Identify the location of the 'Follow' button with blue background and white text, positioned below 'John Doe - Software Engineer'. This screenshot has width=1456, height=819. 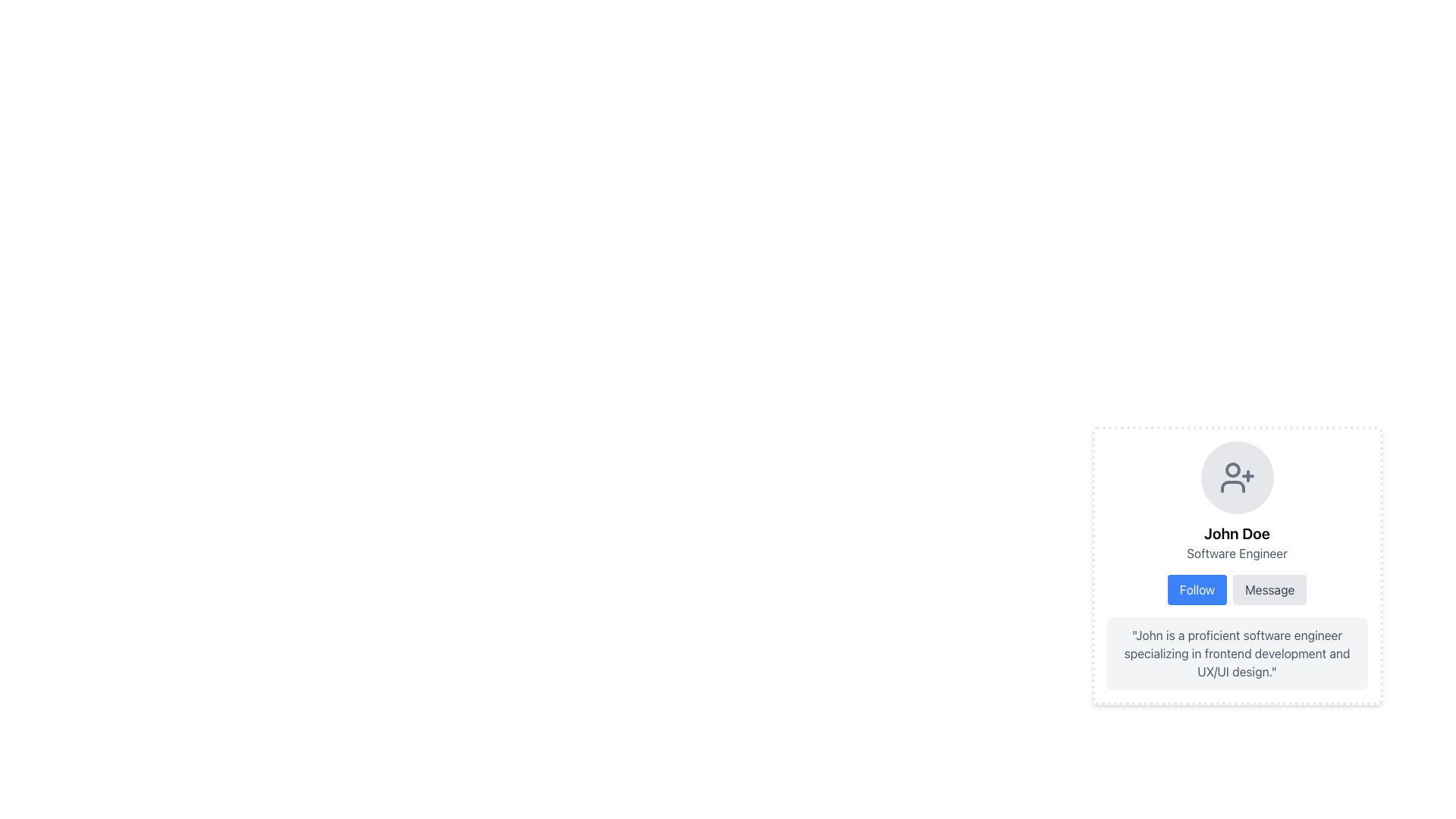
(1196, 589).